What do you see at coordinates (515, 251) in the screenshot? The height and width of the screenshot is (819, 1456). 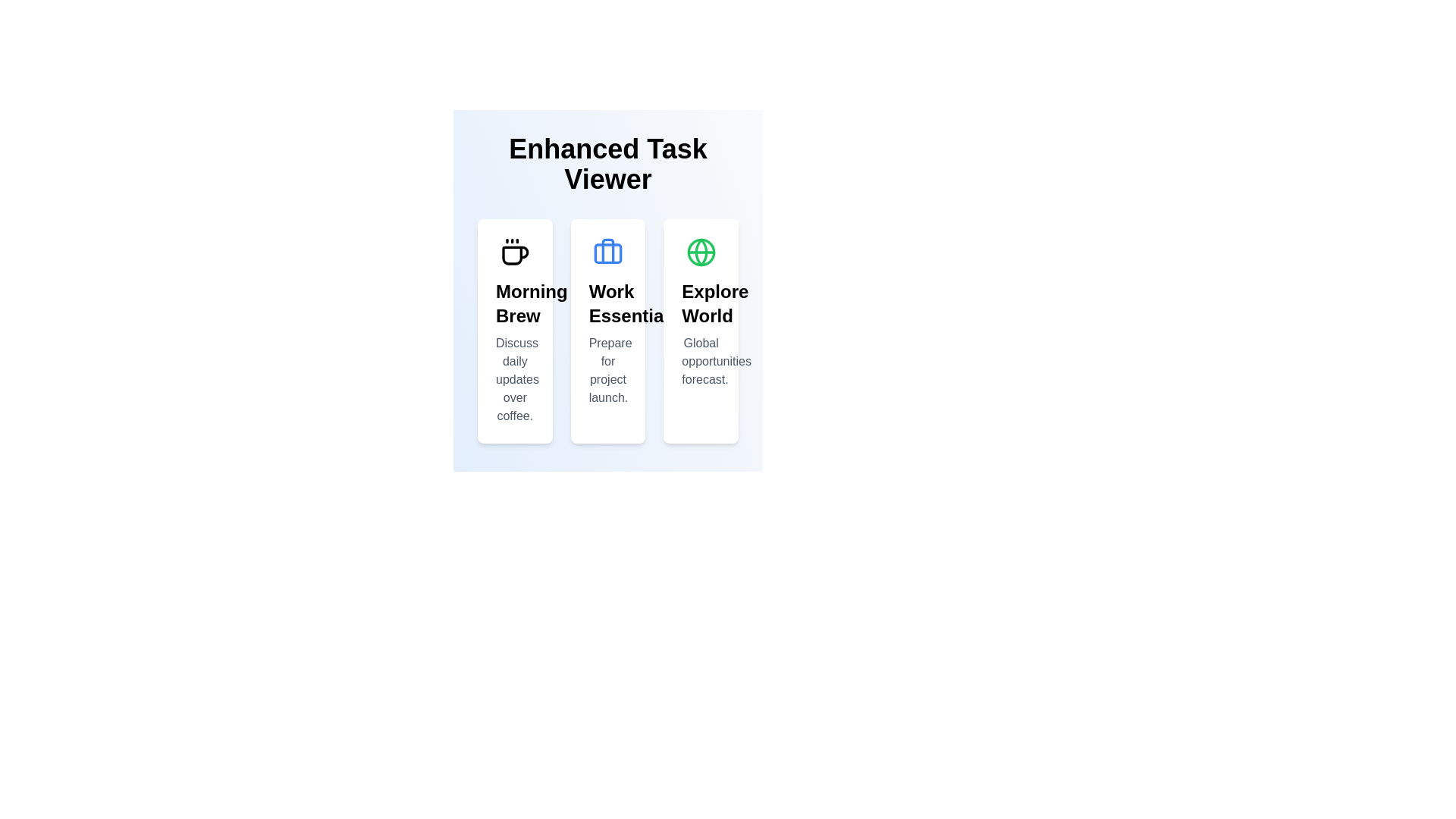 I see `the coffee icon located in the header of the 'Morning Brew' card, which is the leftmost card in a row of three cards, for visual interpretation` at bounding box center [515, 251].